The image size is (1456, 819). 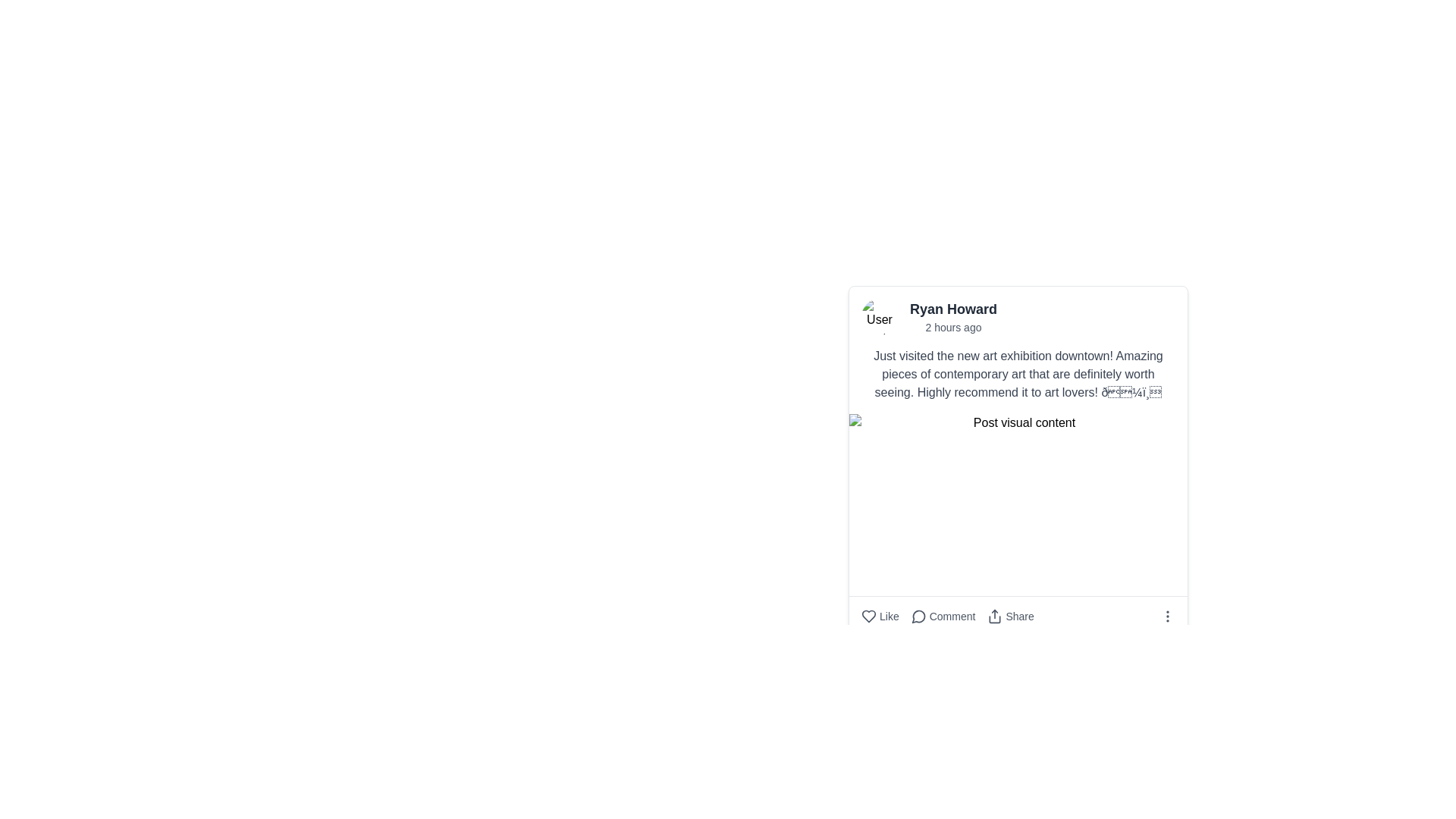 I want to click on the 'Share' button located at the bottom of the post, which is the third item in a horizontal set of options alongside 'Like' and 'Comment'. This will open the sharing menu for the associated post, so click(x=1011, y=617).